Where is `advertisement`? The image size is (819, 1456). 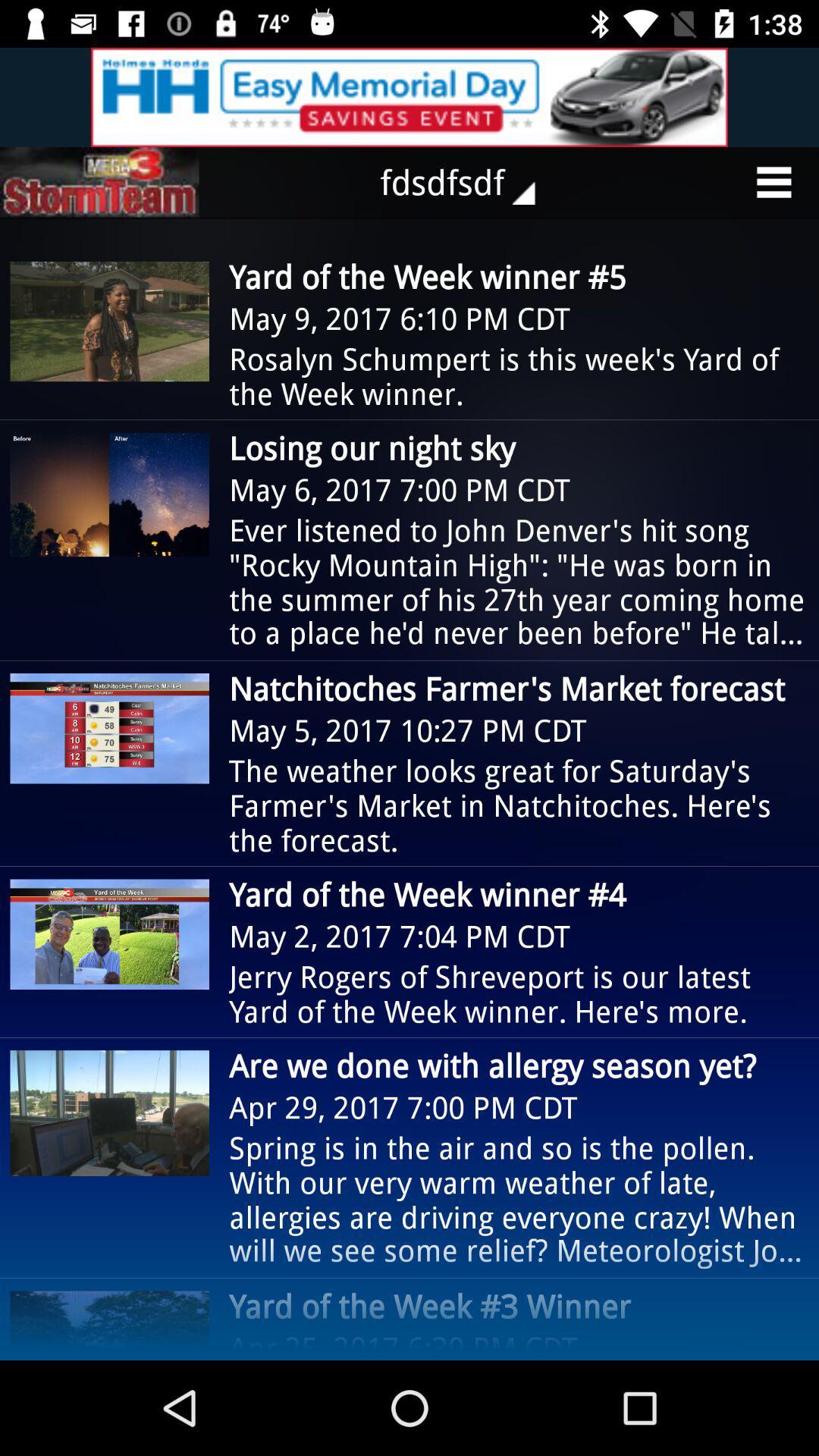 advertisement is located at coordinates (409, 96).